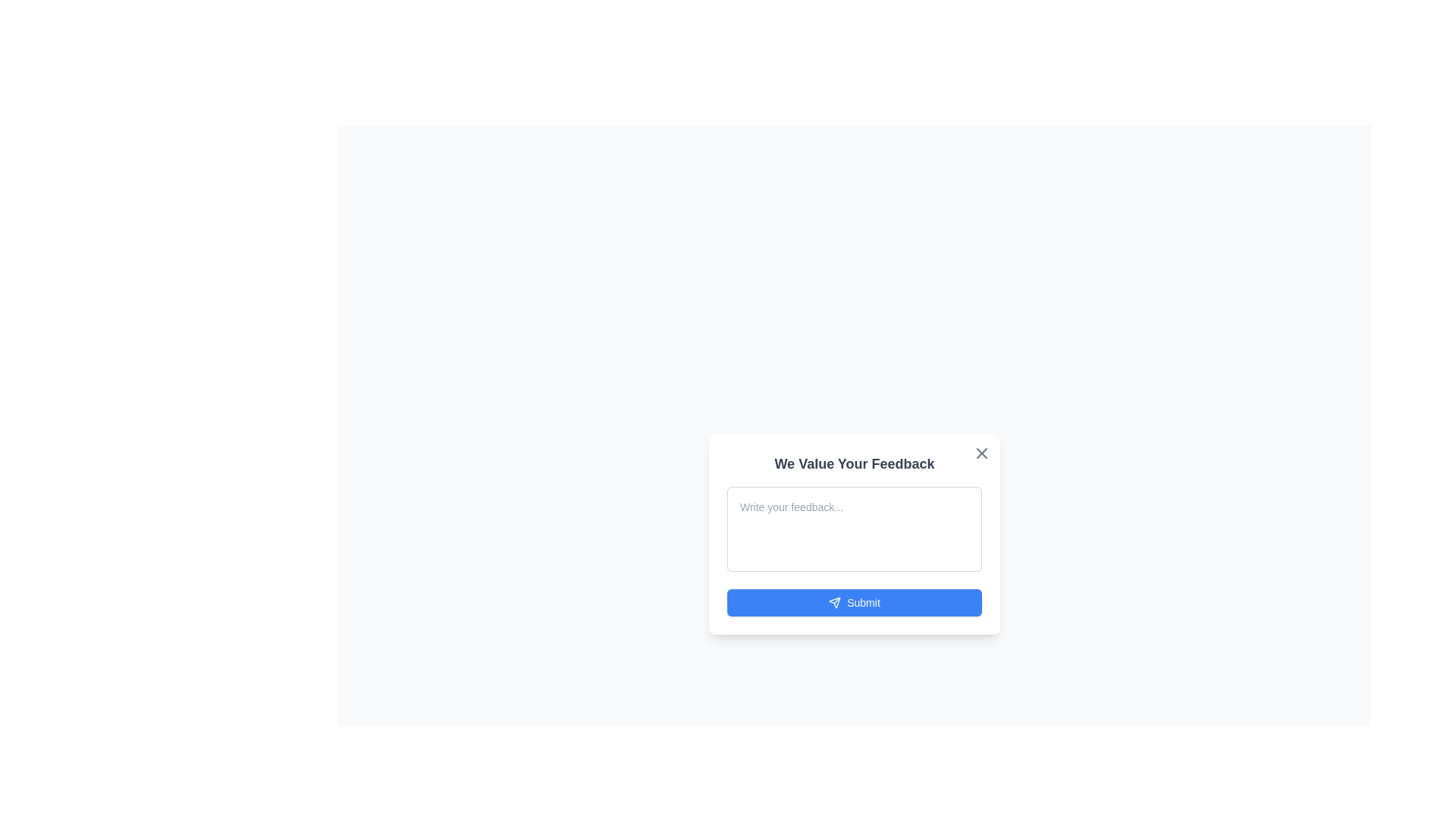  What do you see at coordinates (982, 452) in the screenshot?
I see `the Close button (X icon) in the top-right corner of the 'We Value Your Feedback' modal` at bounding box center [982, 452].